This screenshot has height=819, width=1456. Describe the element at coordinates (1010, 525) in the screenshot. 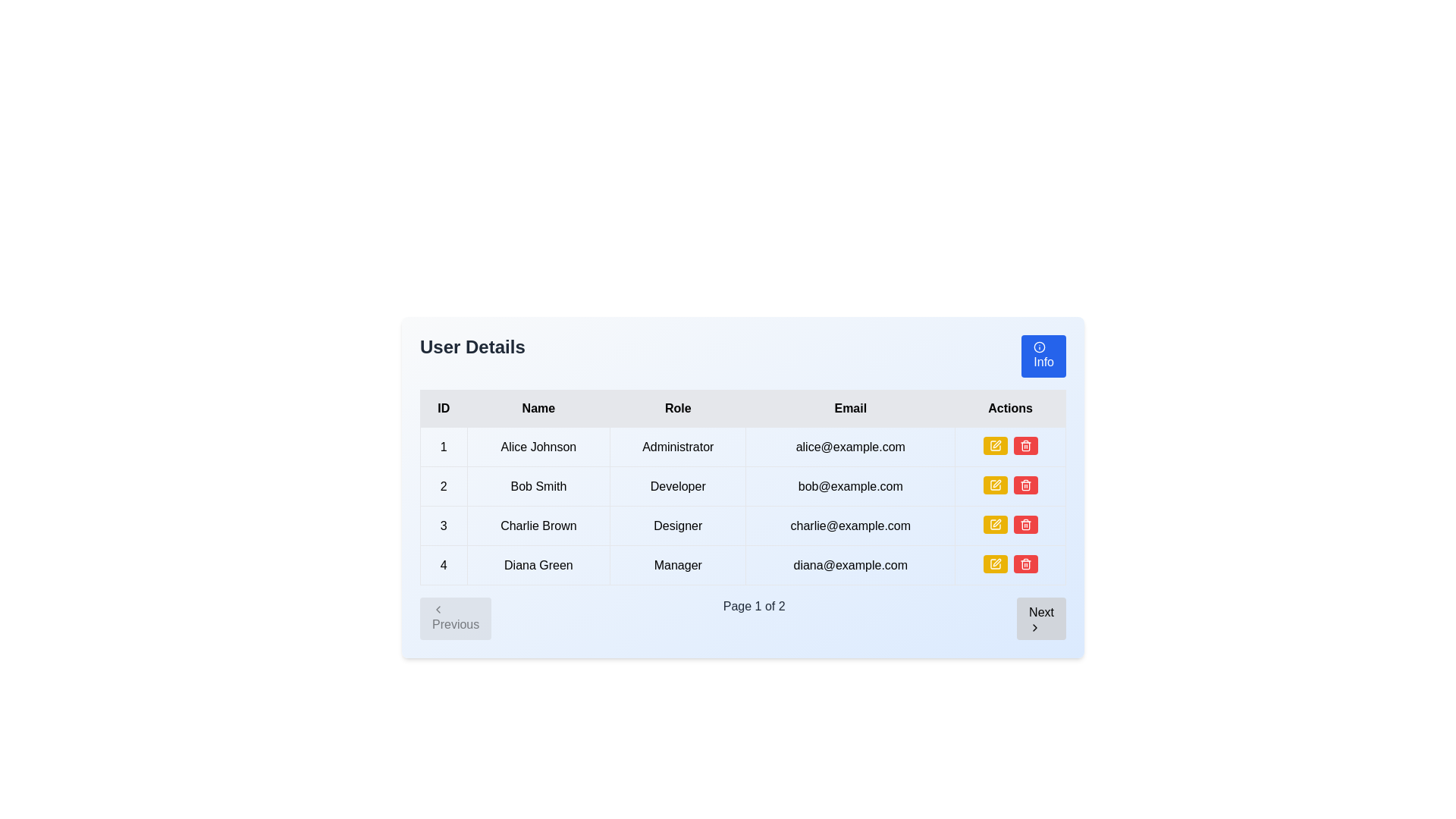

I see `across the action buttons in the 'Actions' column of the table for the row associated with 'Charlie Brown'` at that location.